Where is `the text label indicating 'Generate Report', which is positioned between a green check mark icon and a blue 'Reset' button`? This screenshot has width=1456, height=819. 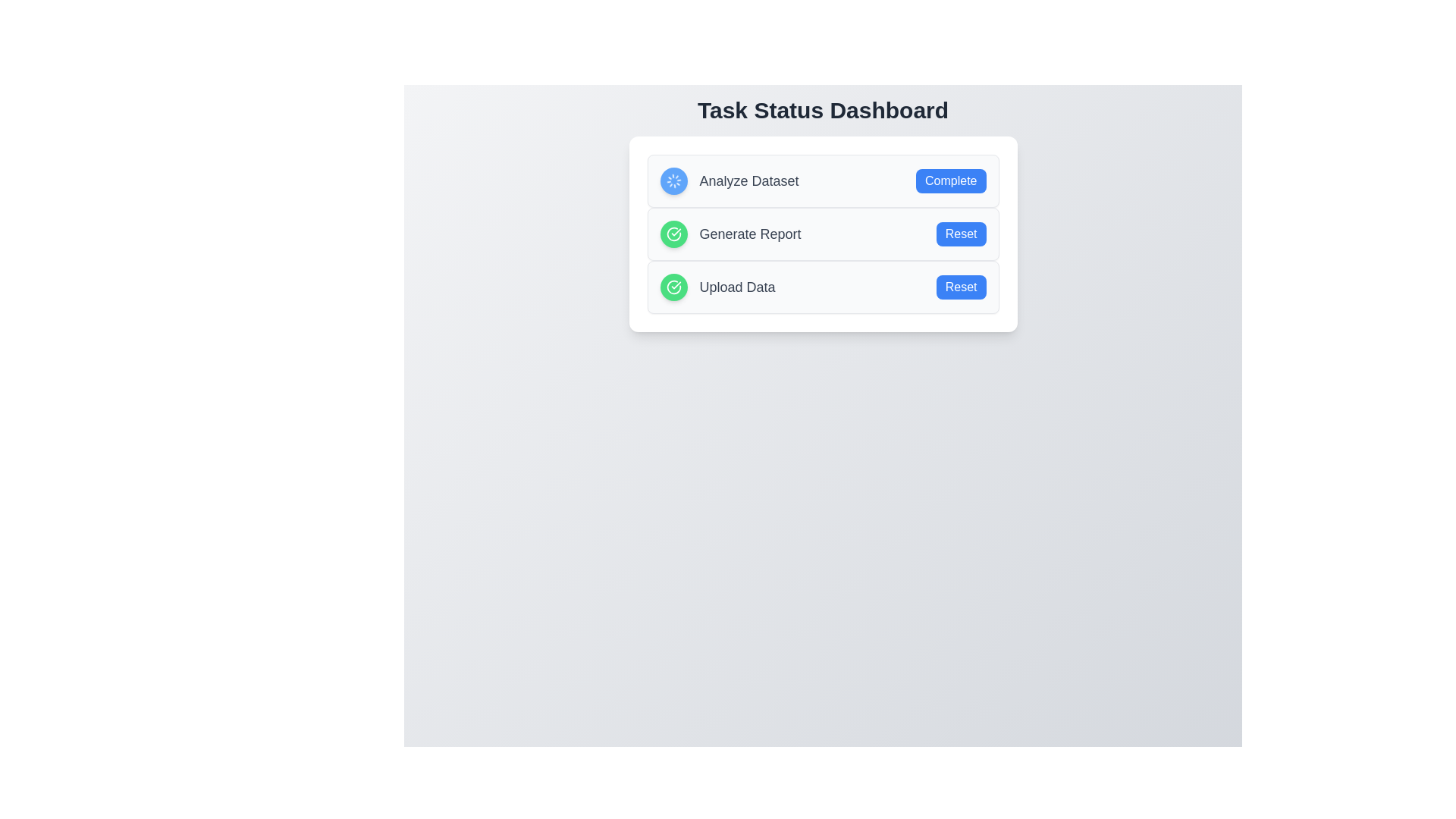
the text label indicating 'Generate Report', which is positioned between a green check mark icon and a blue 'Reset' button is located at coordinates (750, 234).